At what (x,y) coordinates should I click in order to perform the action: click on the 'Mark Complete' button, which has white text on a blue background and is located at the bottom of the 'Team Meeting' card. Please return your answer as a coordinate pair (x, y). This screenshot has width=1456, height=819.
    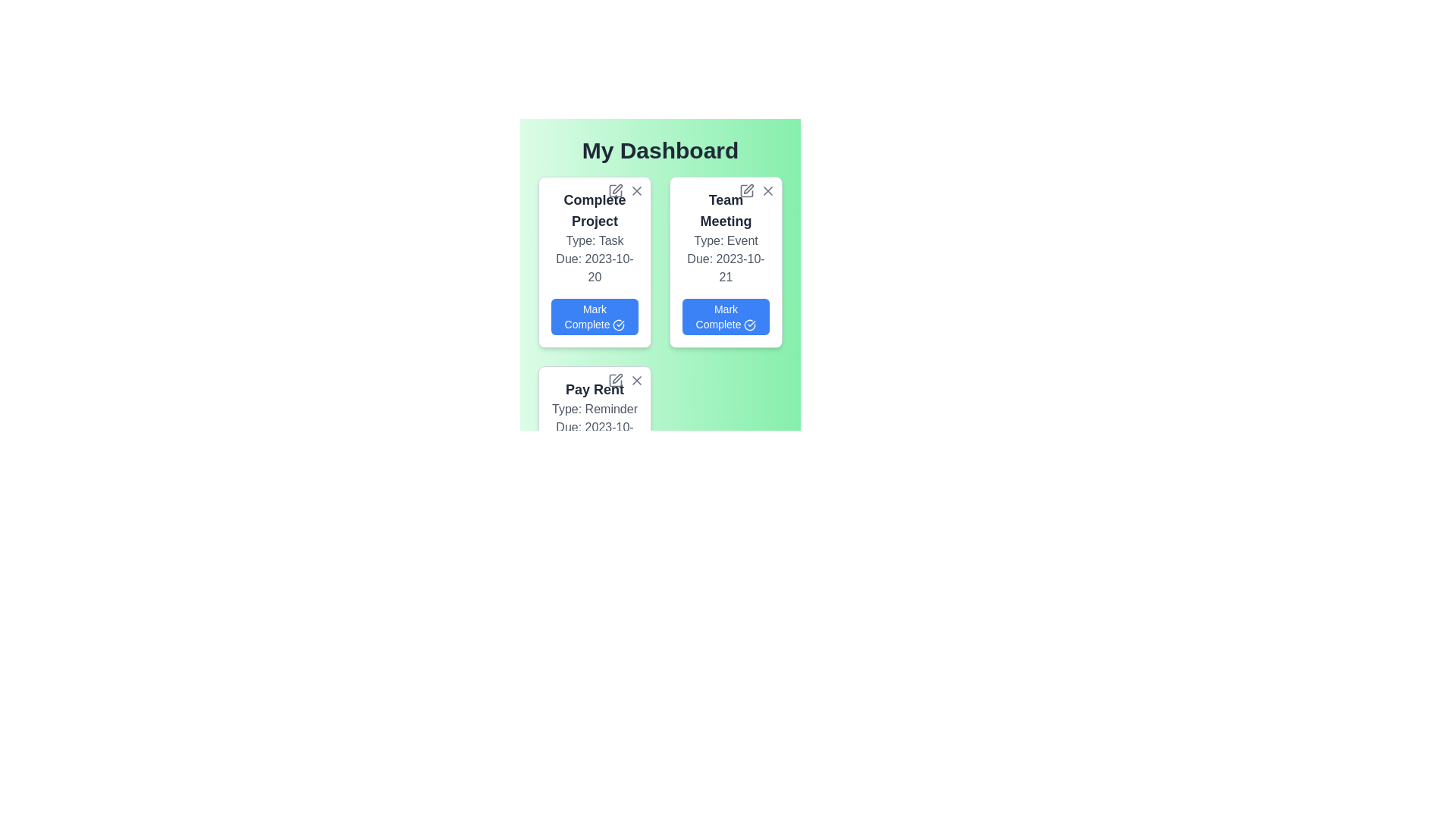
    Looking at the image, I should click on (725, 315).